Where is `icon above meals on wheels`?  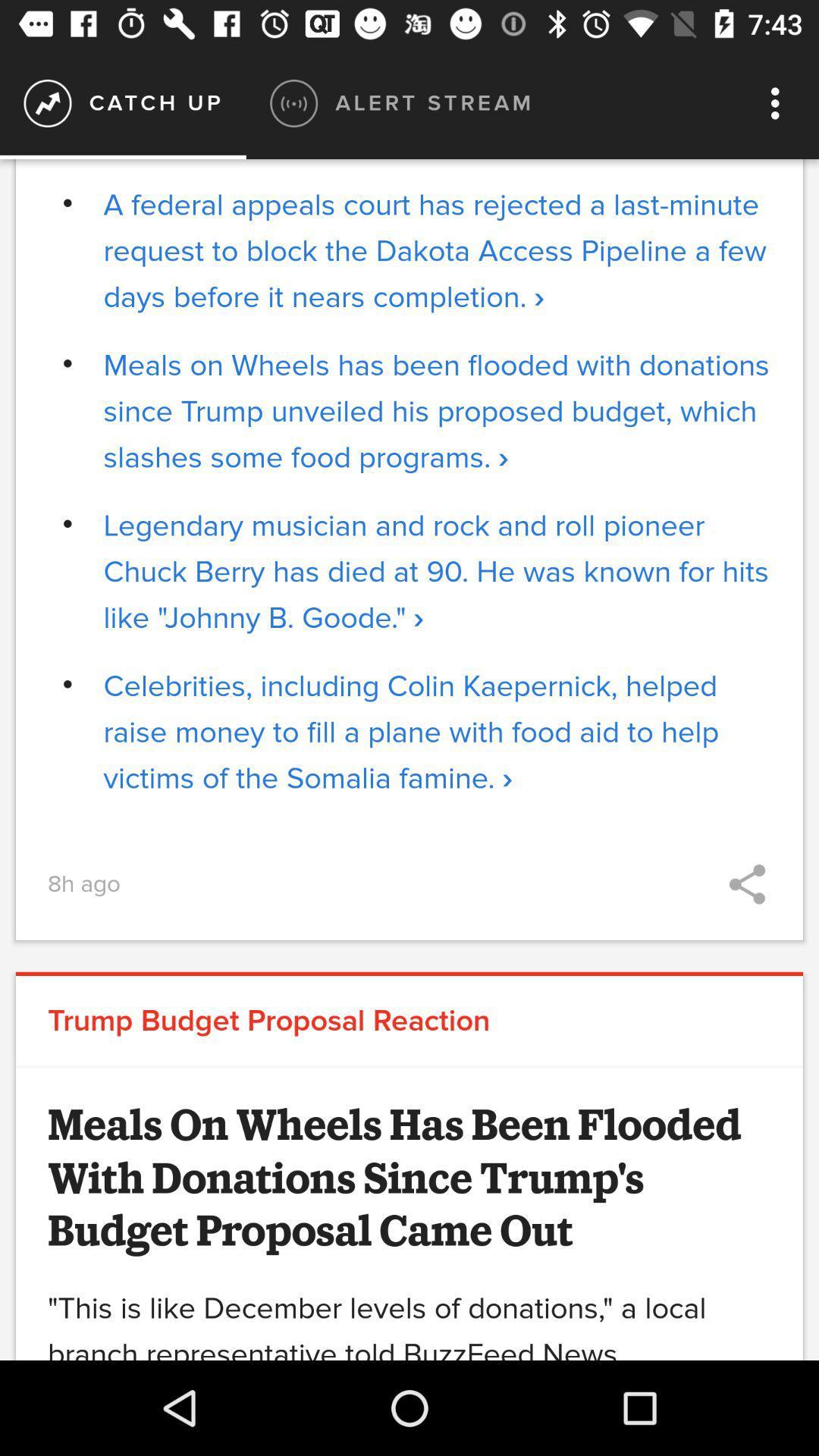
icon above meals on wheels is located at coordinates (437, 251).